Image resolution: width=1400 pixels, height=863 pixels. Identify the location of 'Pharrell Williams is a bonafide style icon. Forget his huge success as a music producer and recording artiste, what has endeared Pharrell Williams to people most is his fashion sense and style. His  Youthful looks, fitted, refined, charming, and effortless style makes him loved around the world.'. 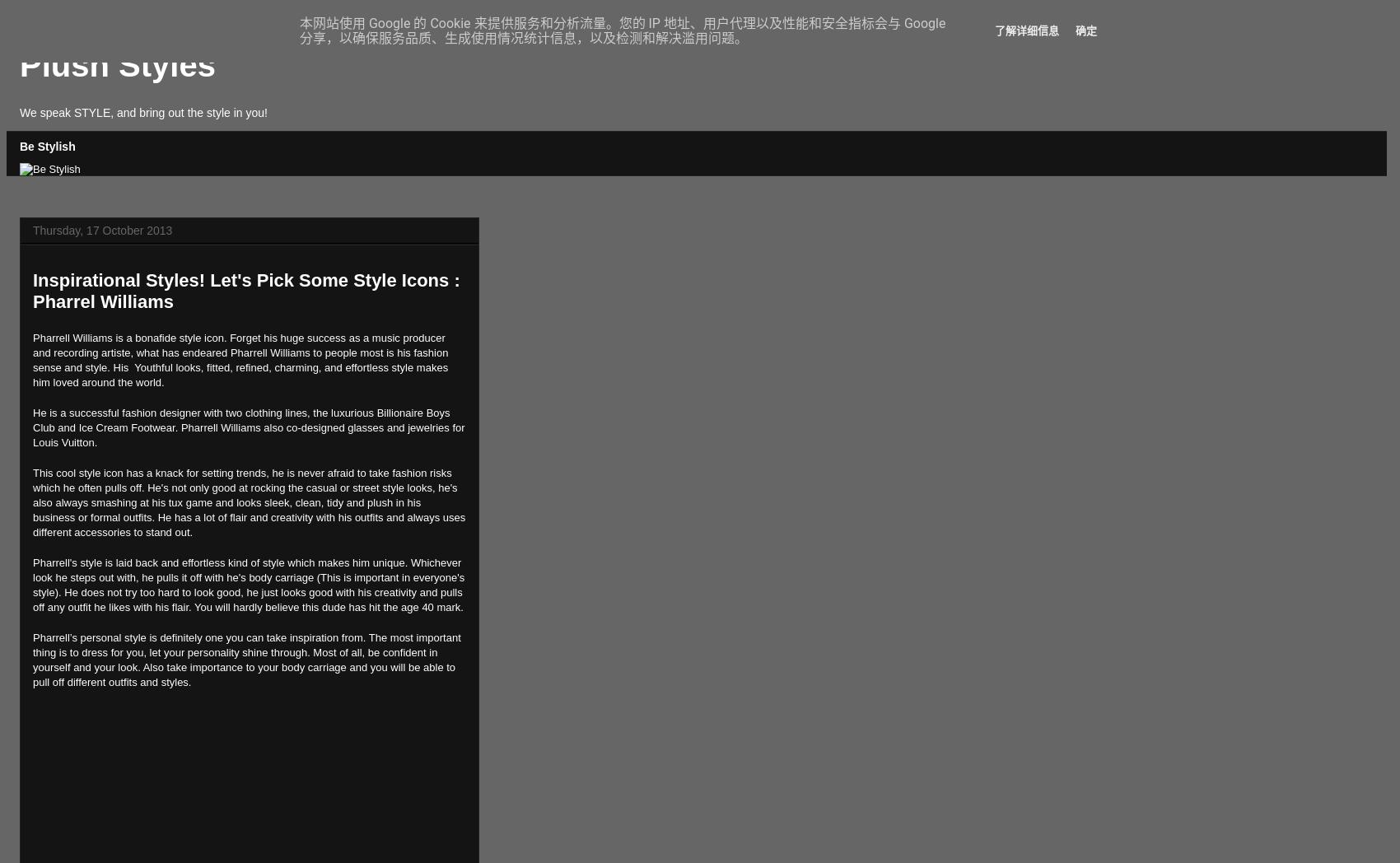
(240, 359).